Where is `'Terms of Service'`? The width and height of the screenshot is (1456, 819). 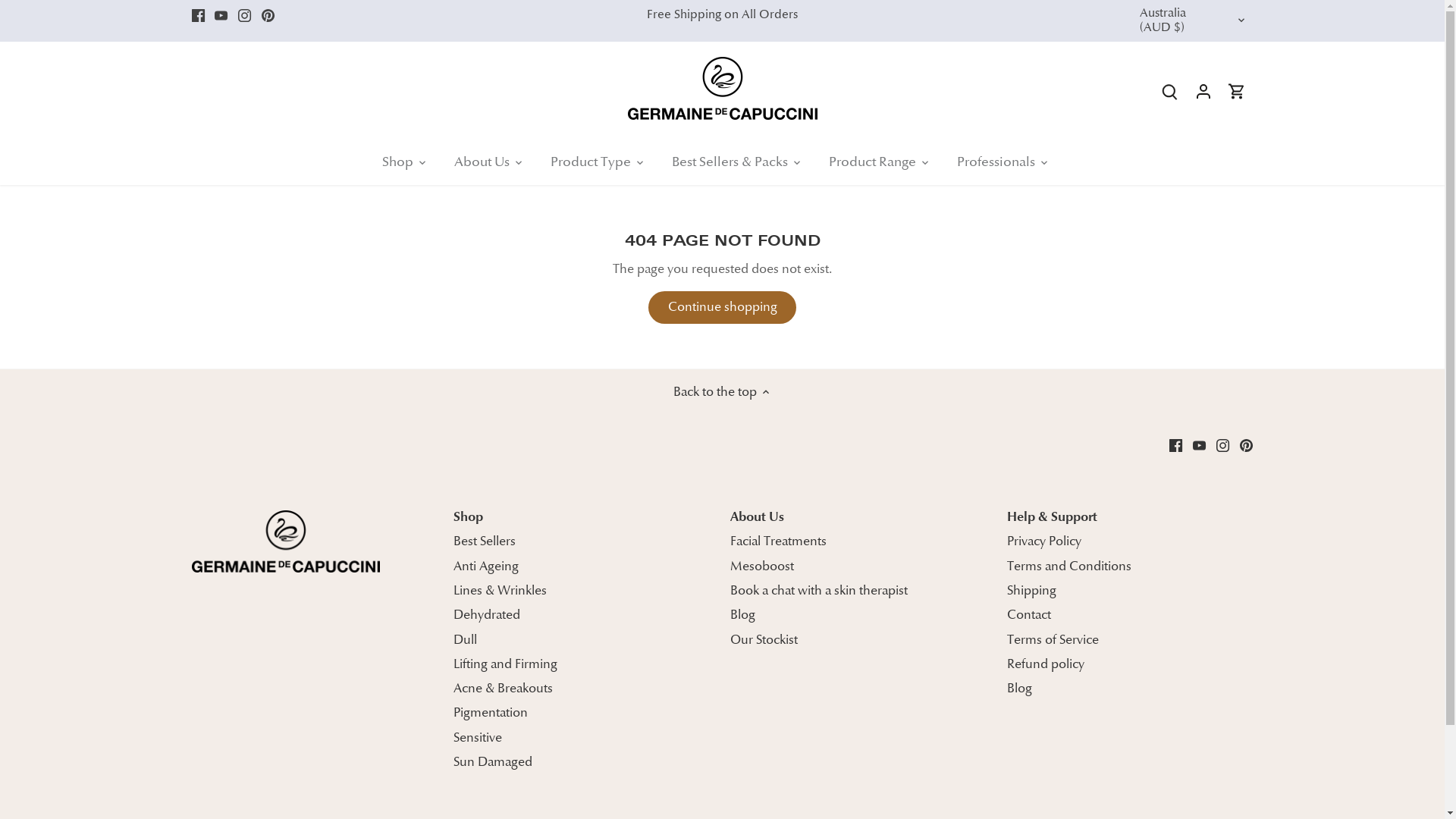 'Terms of Service' is located at coordinates (1007, 640).